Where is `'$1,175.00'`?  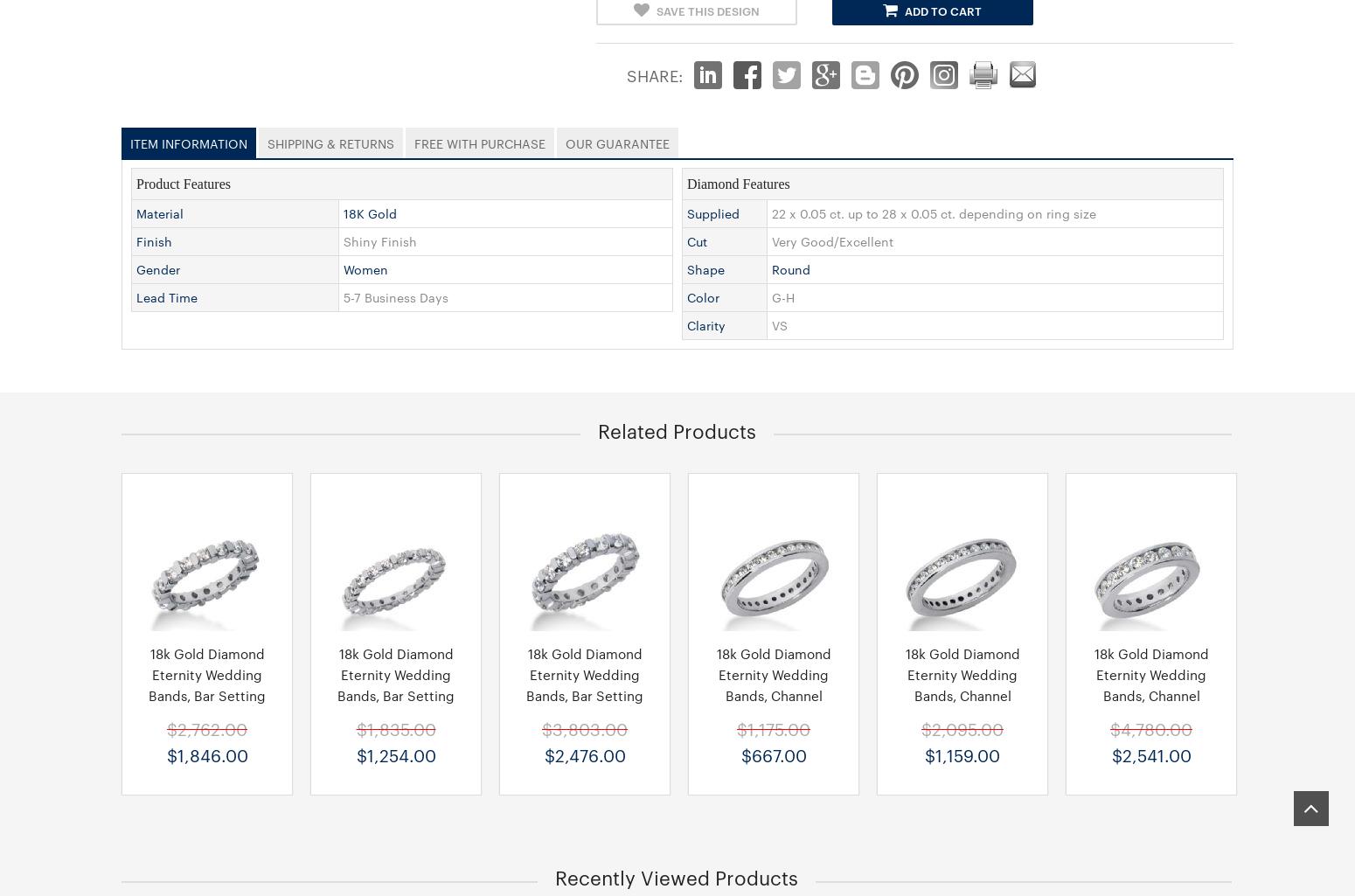
'$1,175.00' is located at coordinates (774, 727).